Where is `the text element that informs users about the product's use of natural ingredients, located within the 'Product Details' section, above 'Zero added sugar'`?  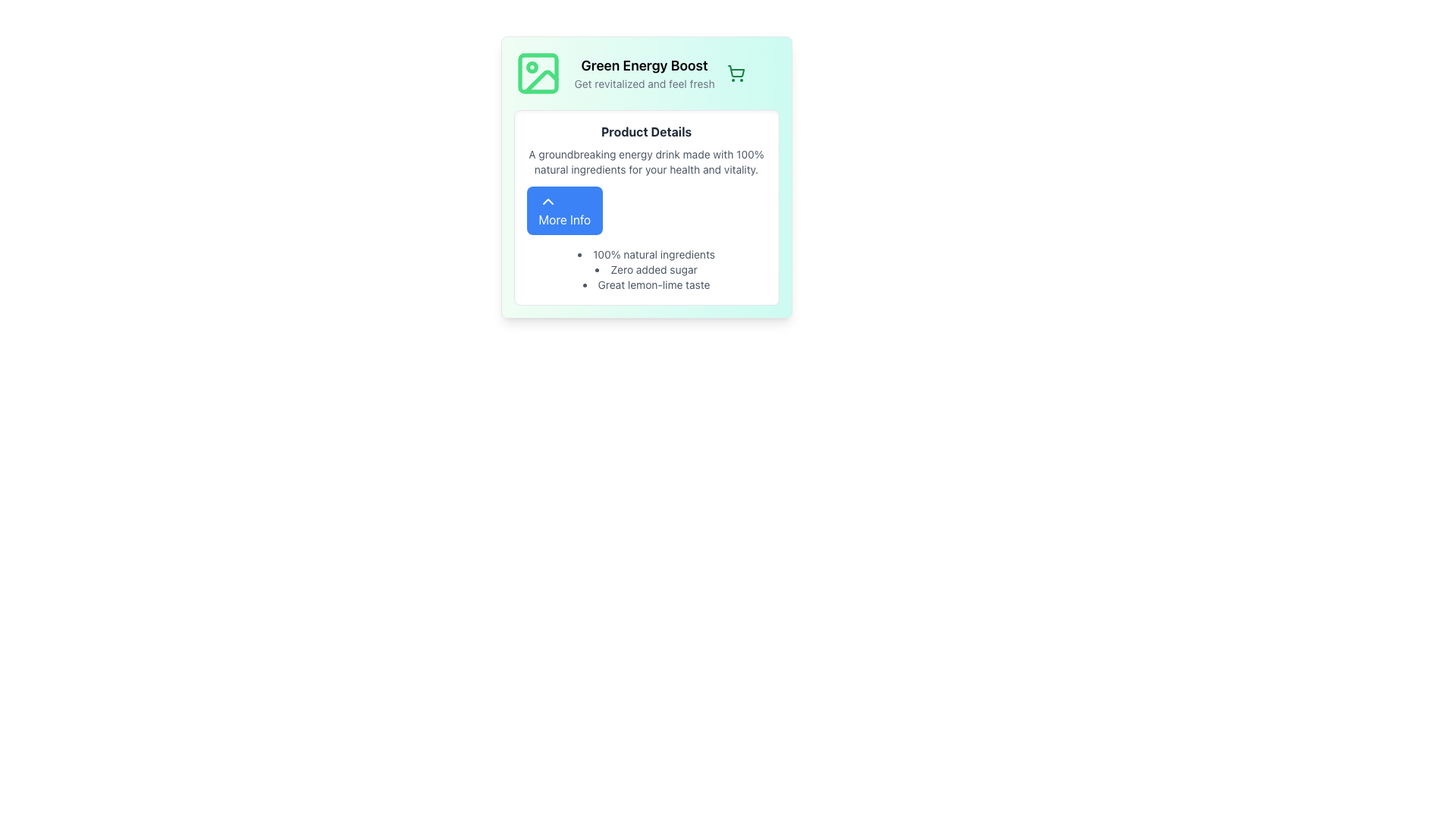
the text element that informs users about the product's use of natural ingredients, located within the 'Product Details' section, above 'Zero added sugar' is located at coordinates (646, 253).